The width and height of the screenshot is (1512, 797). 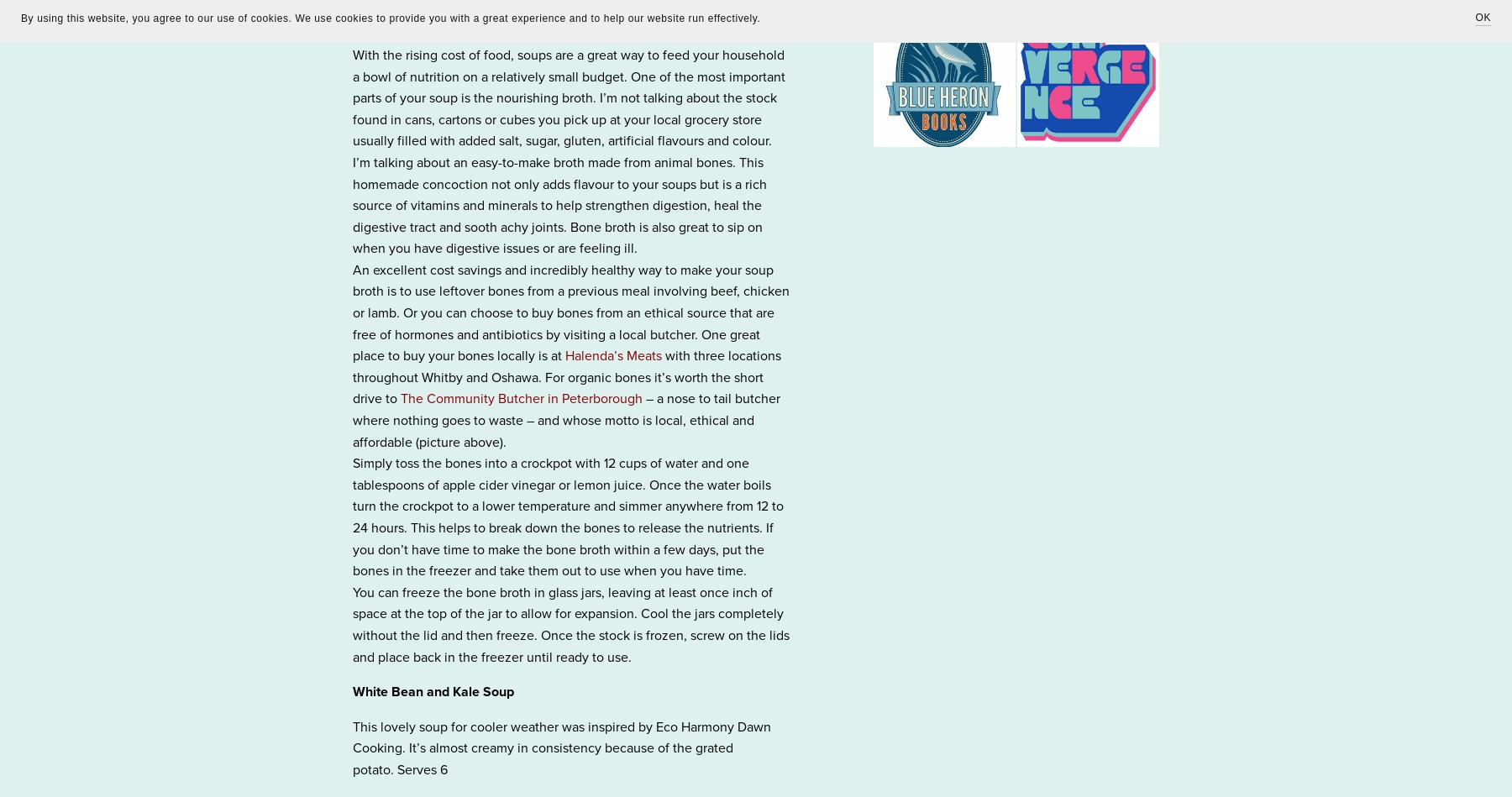 I want to click on 'With the rising cost of food, soups are a great way to feed your household a bowl of nutrition on a relatively small budget. One of the most important parts of your soup is the nourishing broth. I’m not talking about the stock found in cans, cartons or cubes you pick up at your local grocery store usually filled with added salt, sugar, gluten, artificial flavours and colour. I’m talking about an easy-to-make broth made from animal bones. This homemade concoction not only adds flavour to your soups but is a rich source of vitamins and minerals to help strengthen digestion, heal the digestive tract and sooth achy joints. Bone broth is also great to sip on when you have digestive issues or are feeling ill.', so click(x=568, y=150).